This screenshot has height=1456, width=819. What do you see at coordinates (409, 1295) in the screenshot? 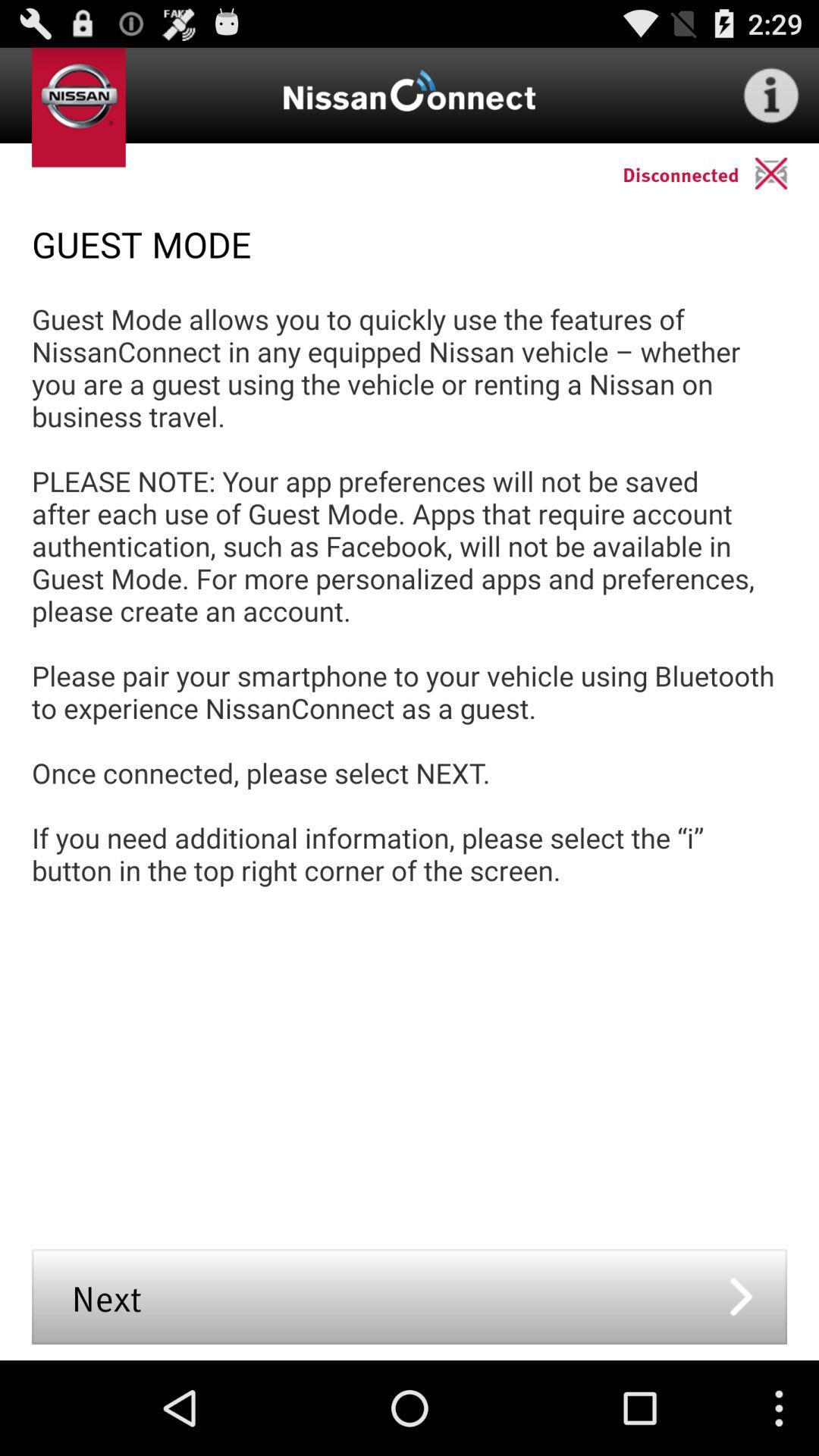
I see `the next at the bottom` at bounding box center [409, 1295].